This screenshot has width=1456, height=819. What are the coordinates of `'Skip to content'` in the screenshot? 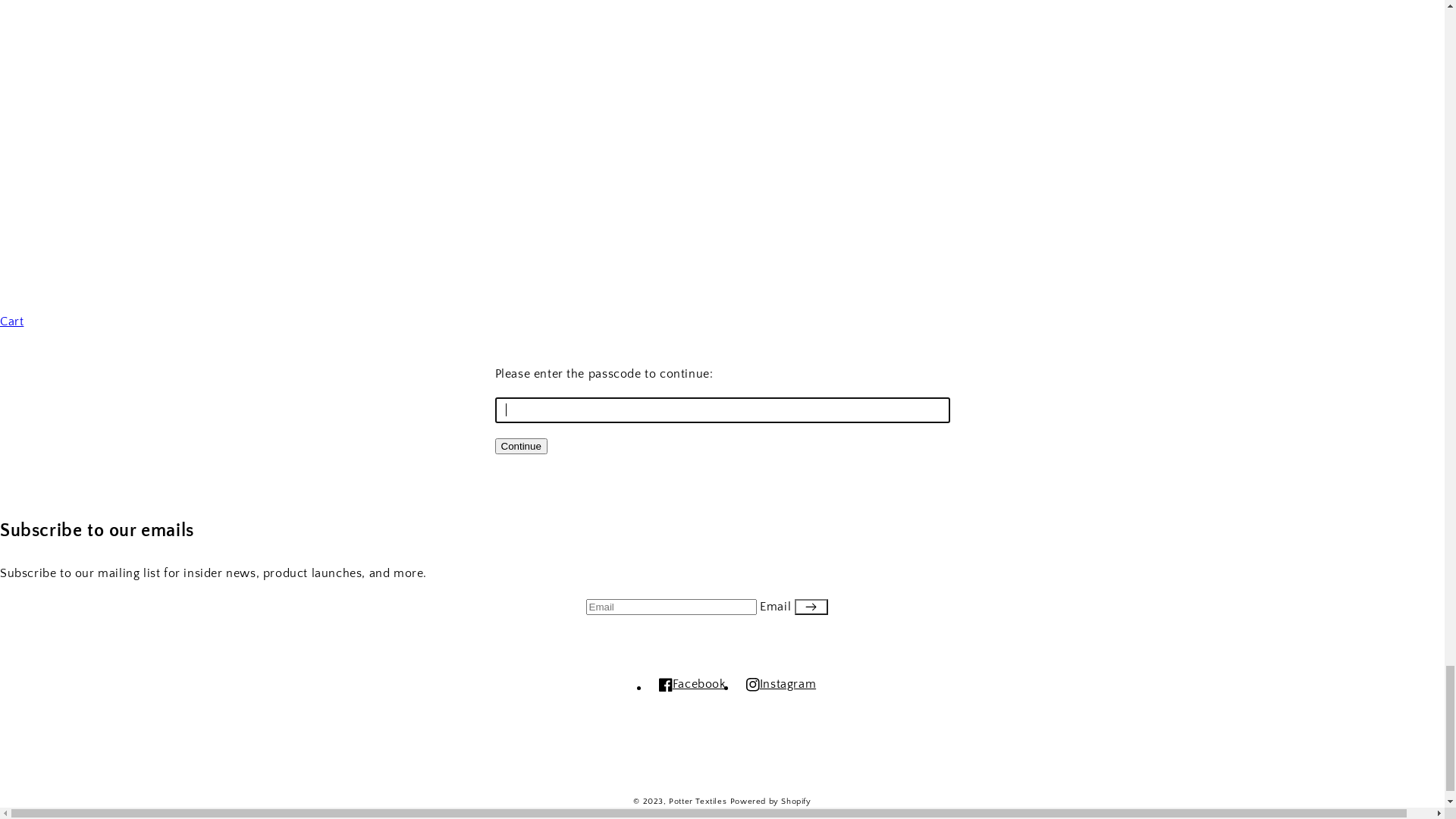 It's located at (0, 11).